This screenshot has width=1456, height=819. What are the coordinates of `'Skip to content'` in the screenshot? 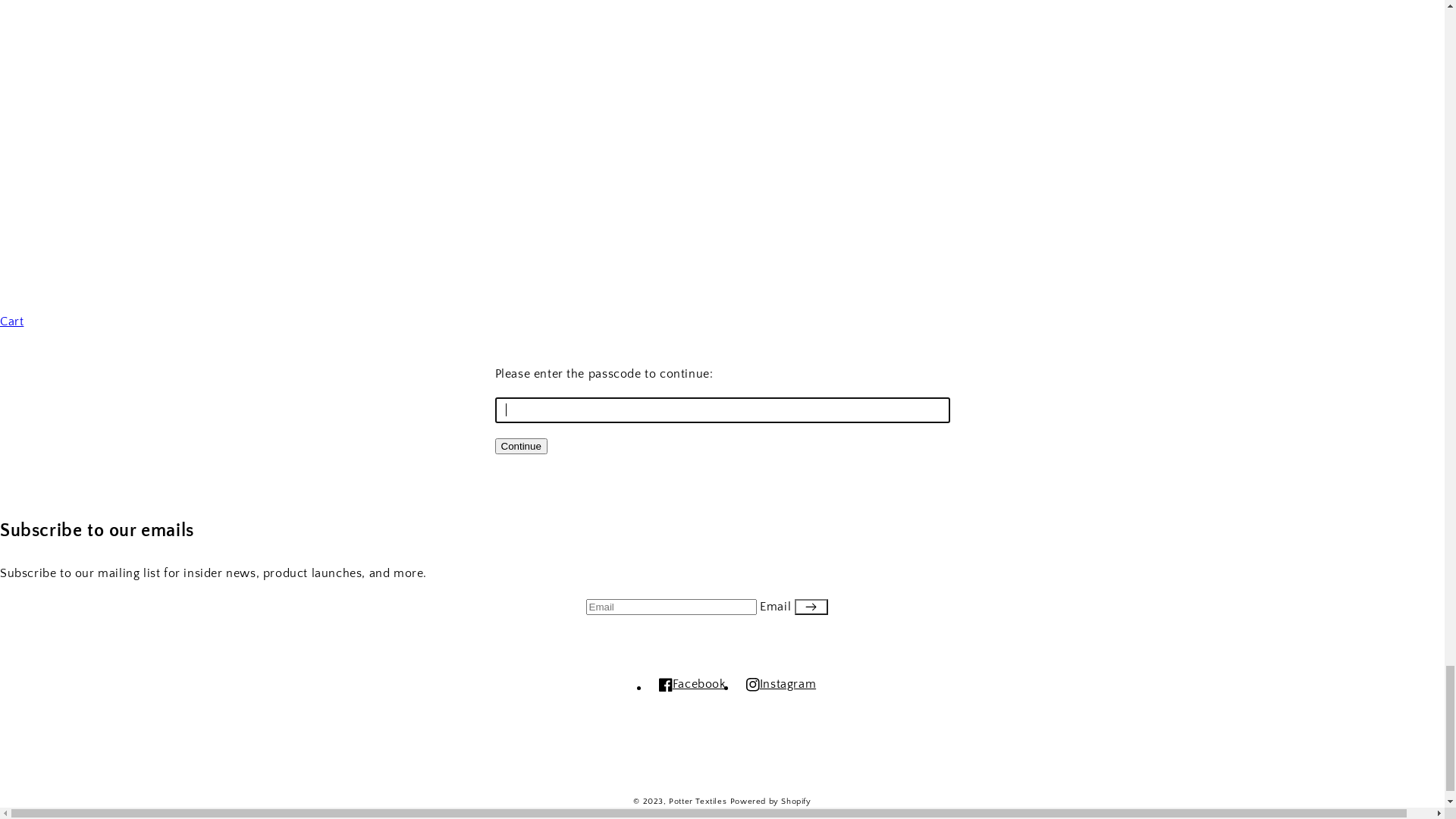 It's located at (0, 11).